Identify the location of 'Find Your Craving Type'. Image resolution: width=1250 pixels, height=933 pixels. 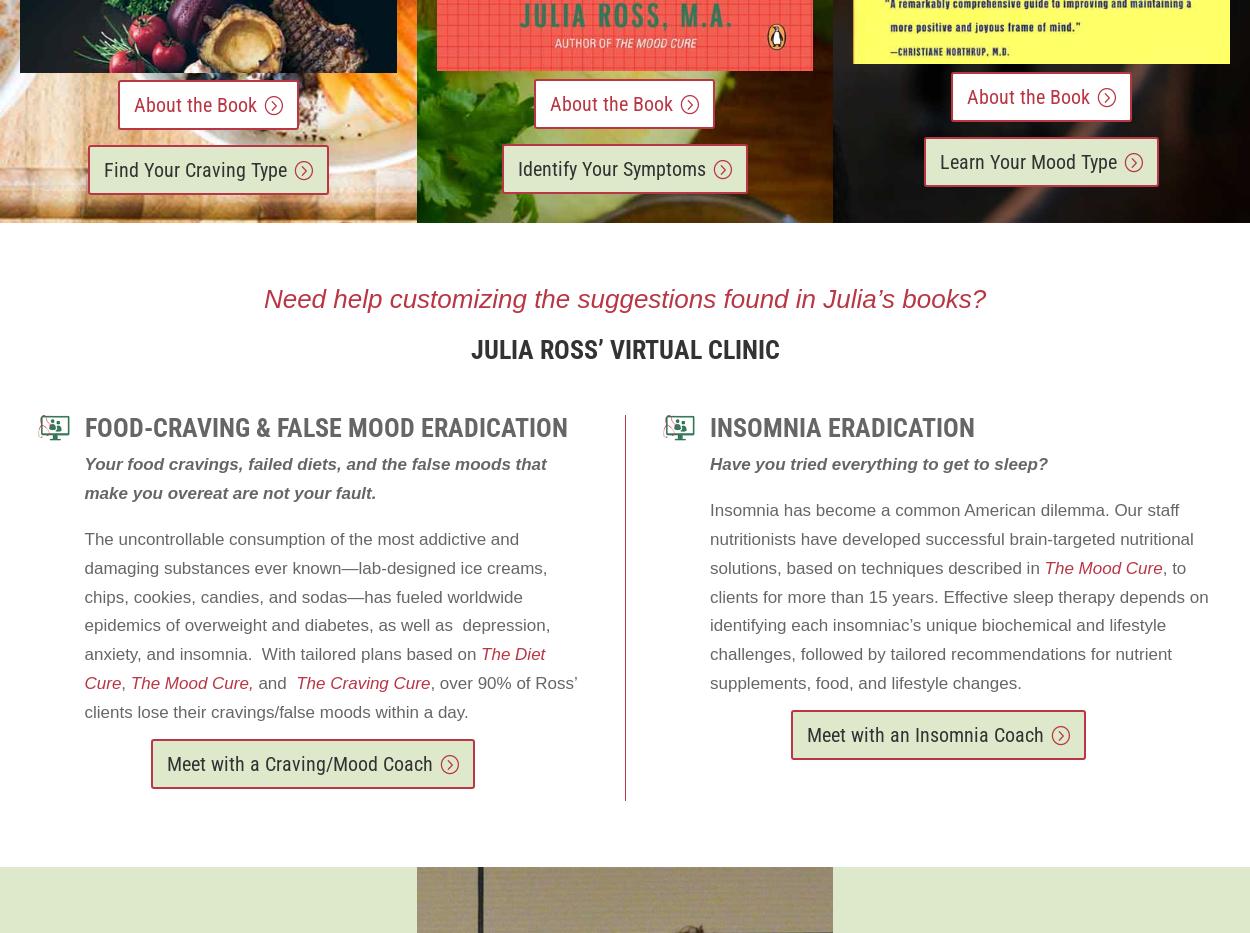
(193, 169).